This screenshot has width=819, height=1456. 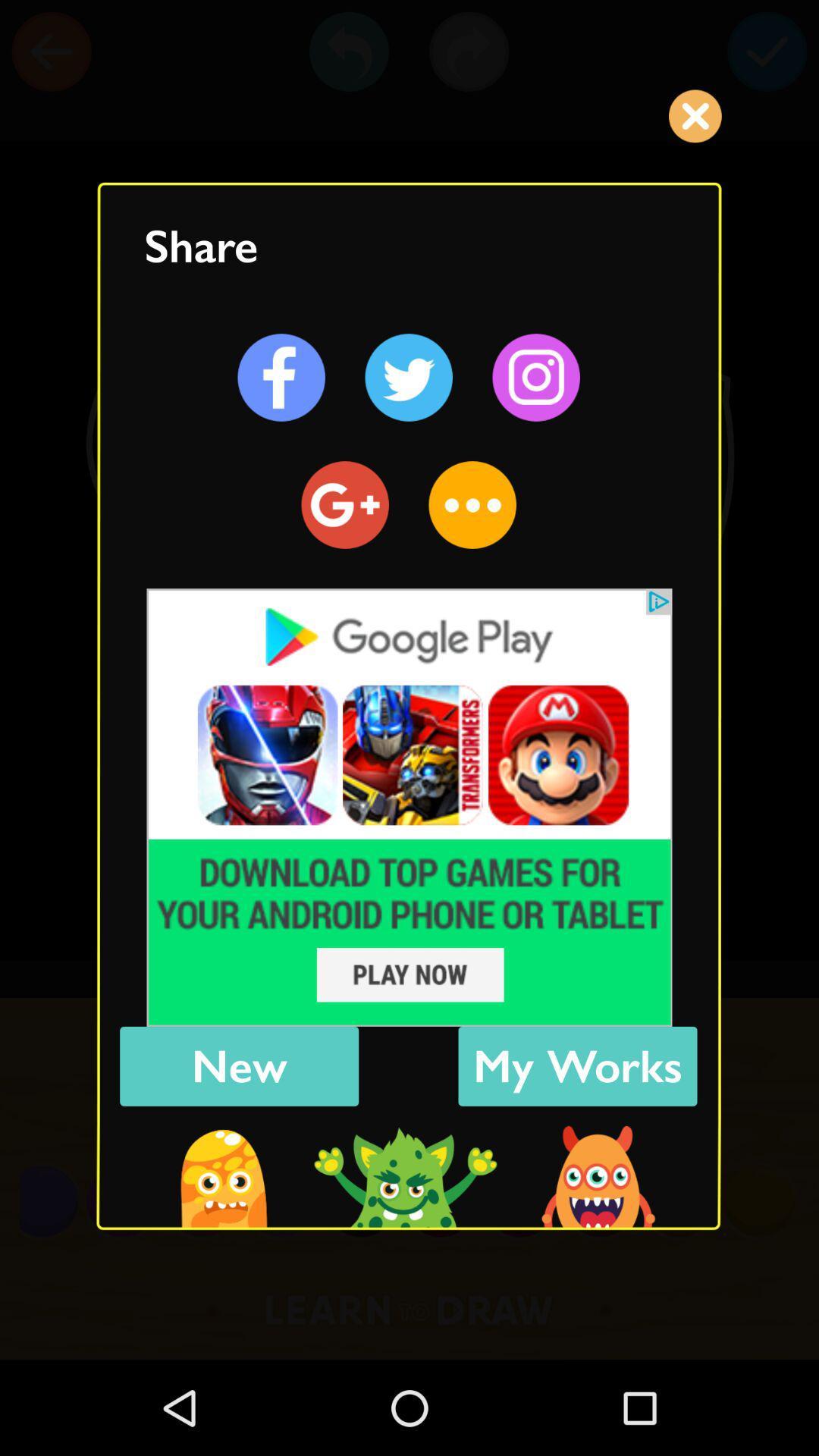 What do you see at coordinates (408, 378) in the screenshot?
I see `the twitter icon` at bounding box center [408, 378].